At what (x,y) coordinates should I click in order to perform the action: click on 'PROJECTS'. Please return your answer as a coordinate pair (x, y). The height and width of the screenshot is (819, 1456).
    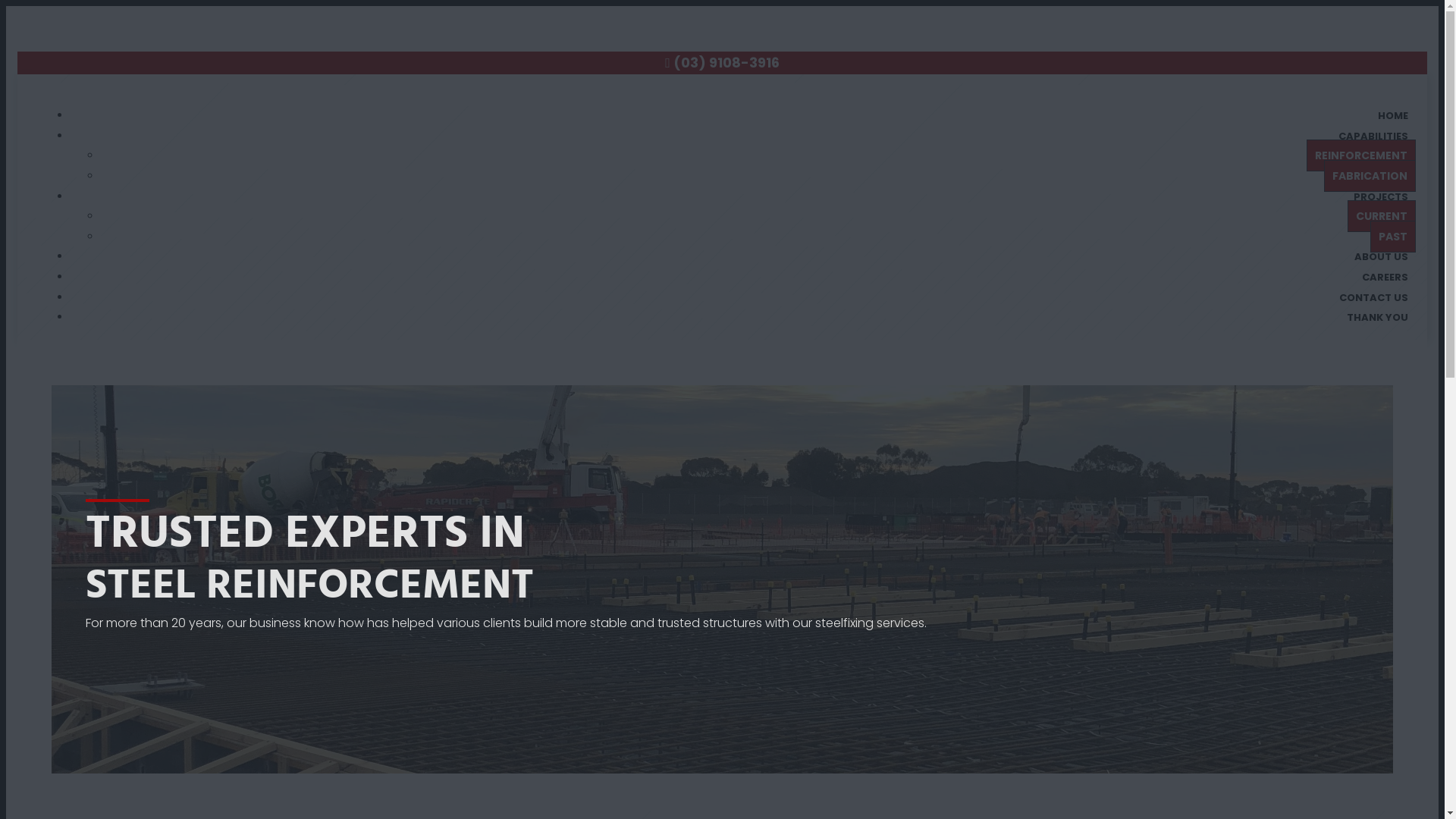
    Looking at the image, I should click on (1380, 196).